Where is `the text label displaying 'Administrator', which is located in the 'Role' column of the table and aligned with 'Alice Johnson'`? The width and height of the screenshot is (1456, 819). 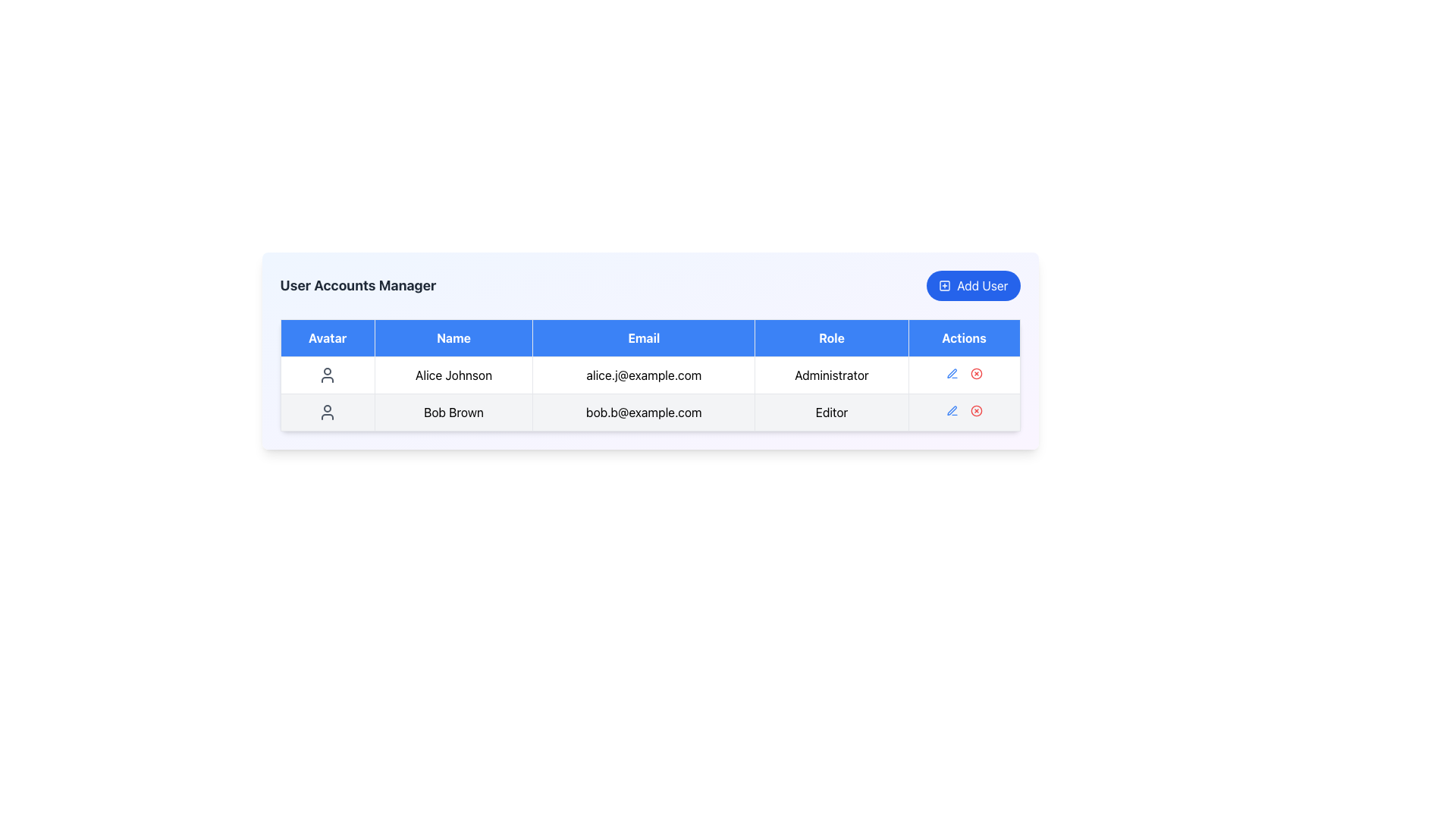
the text label displaying 'Administrator', which is located in the 'Role' column of the table and aligned with 'Alice Johnson' is located at coordinates (830, 375).